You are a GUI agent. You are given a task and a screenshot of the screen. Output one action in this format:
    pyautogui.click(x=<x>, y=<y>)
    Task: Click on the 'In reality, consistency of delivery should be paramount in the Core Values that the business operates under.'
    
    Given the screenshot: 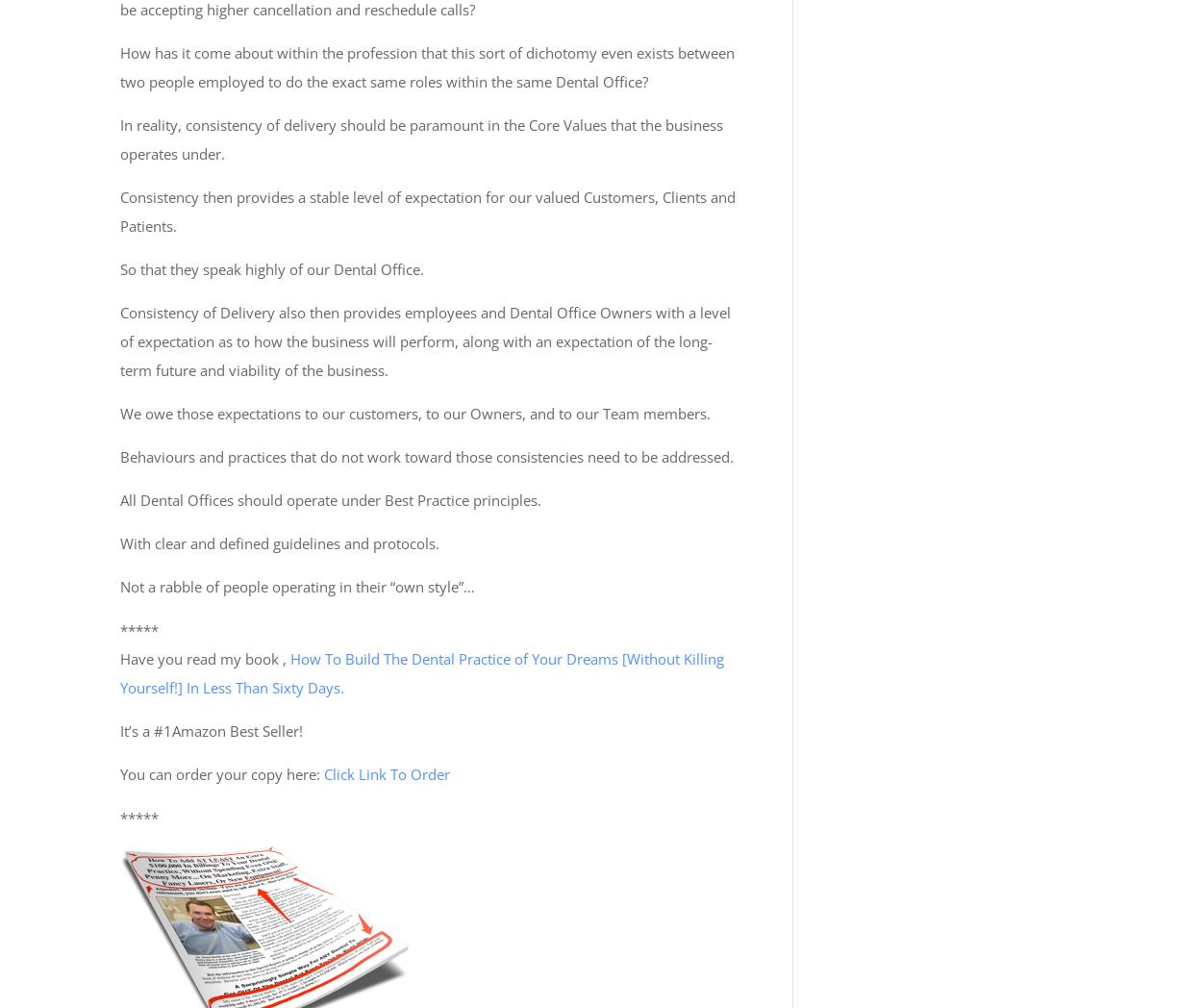 What is the action you would take?
    pyautogui.click(x=421, y=139)
    